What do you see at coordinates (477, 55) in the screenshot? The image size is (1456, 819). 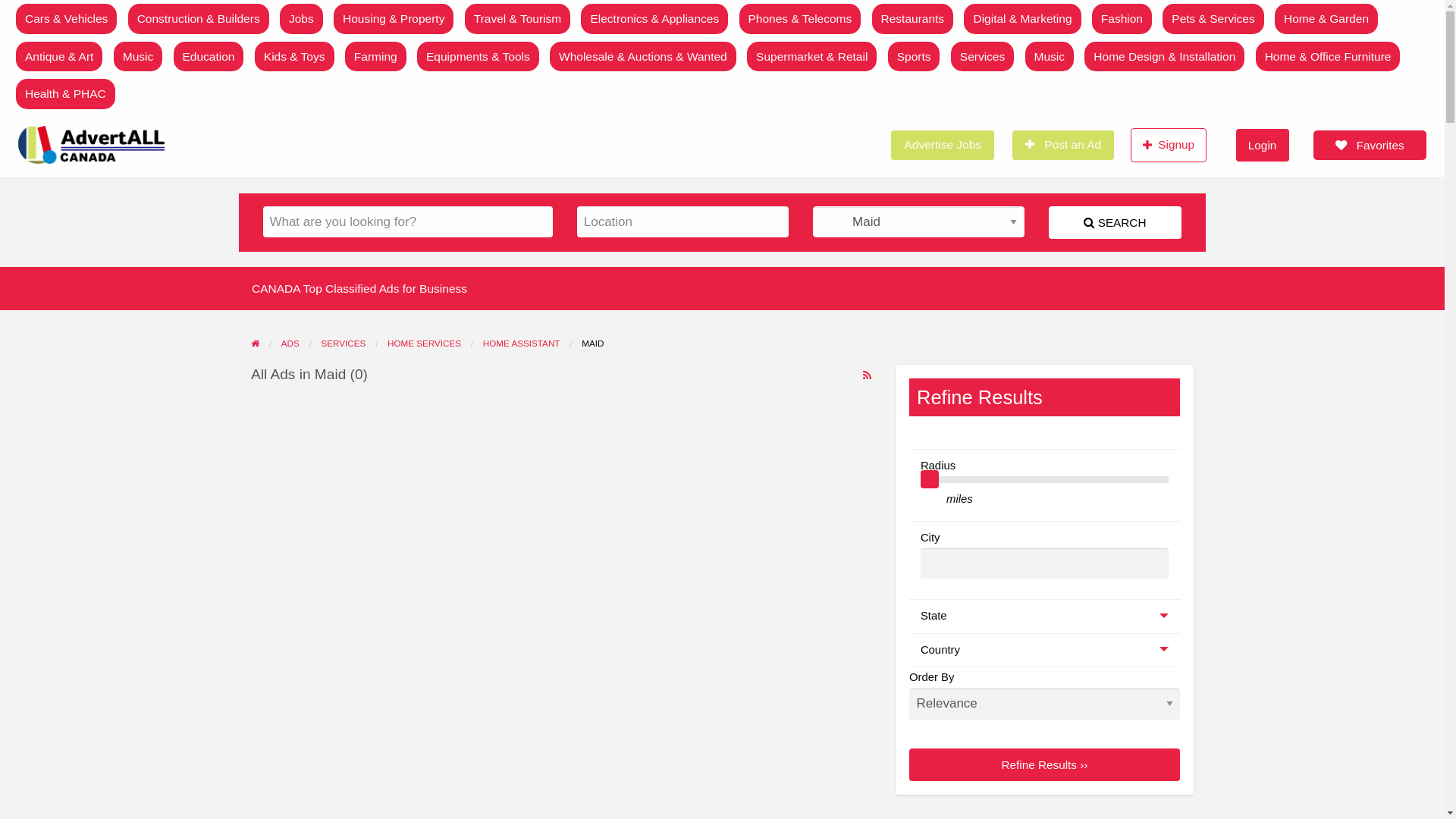 I see `'Equipments & Tools'` at bounding box center [477, 55].